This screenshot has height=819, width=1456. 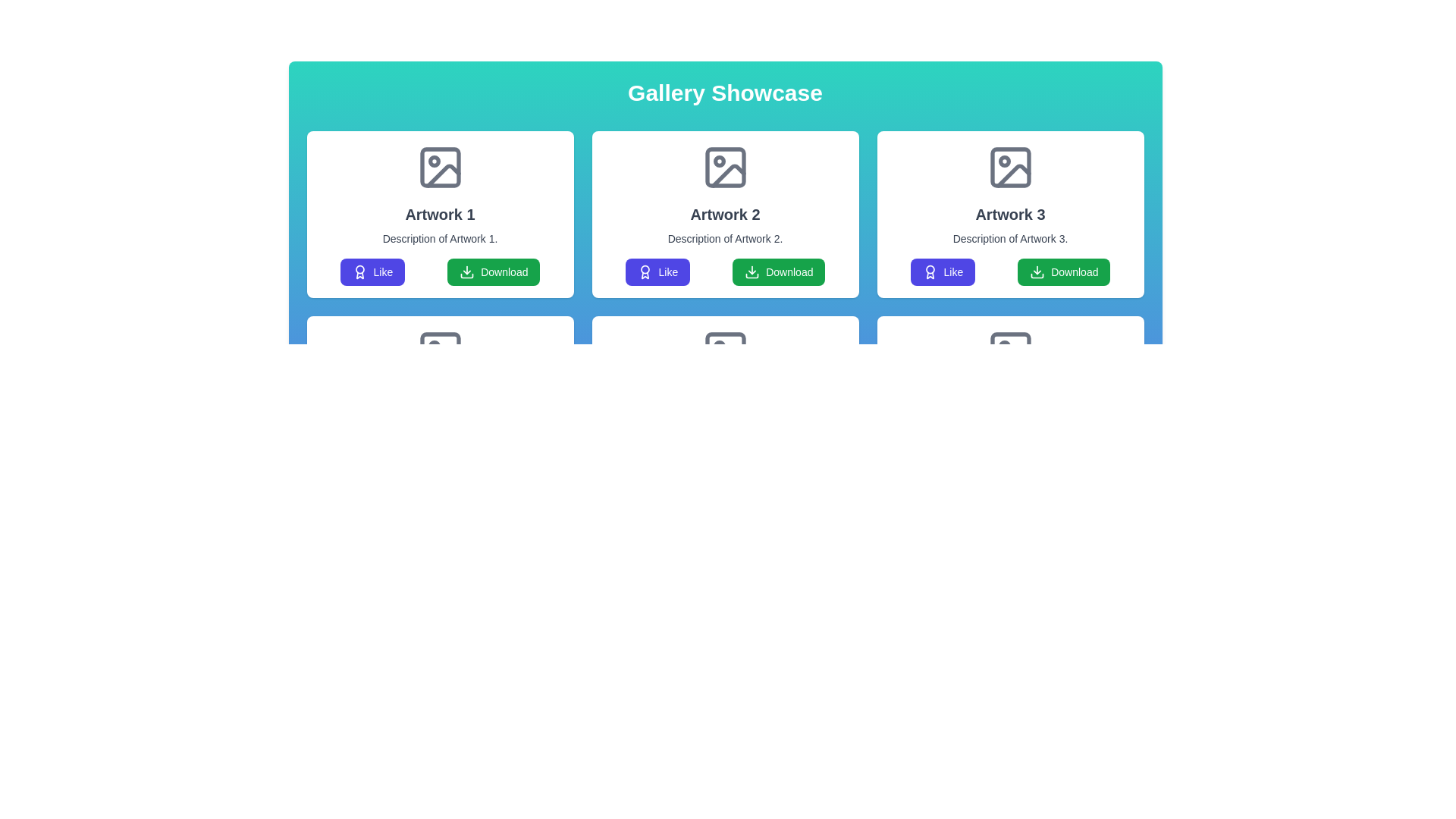 What do you see at coordinates (1010, 399) in the screenshot?
I see `the 'Like' button located within the Card component that showcases an artwork preview, title, description, and actions, positioned in the rightmost position of the second row in a grid layout` at bounding box center [1010, 399].